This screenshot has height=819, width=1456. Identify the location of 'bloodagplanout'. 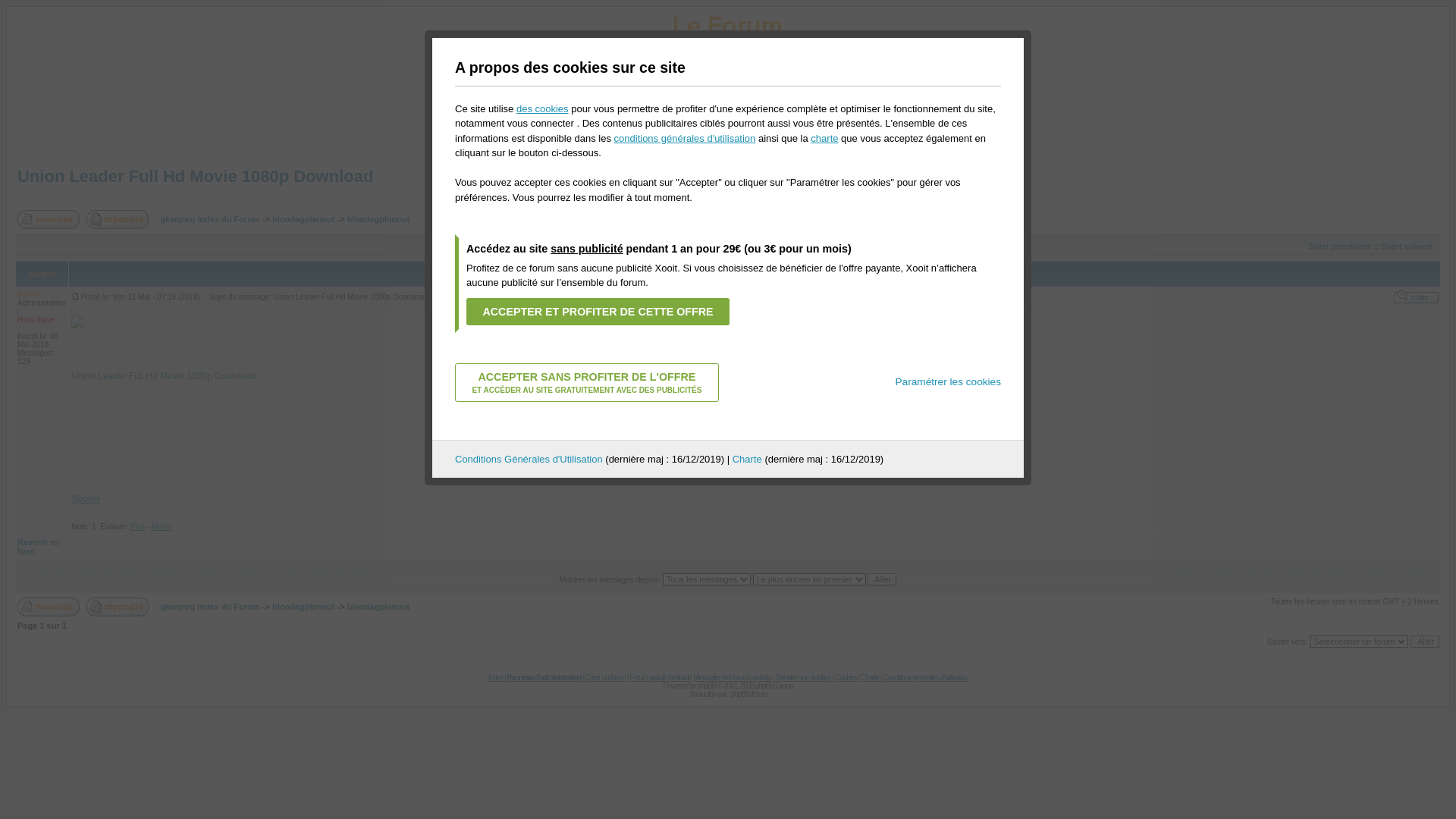
(303, 219).